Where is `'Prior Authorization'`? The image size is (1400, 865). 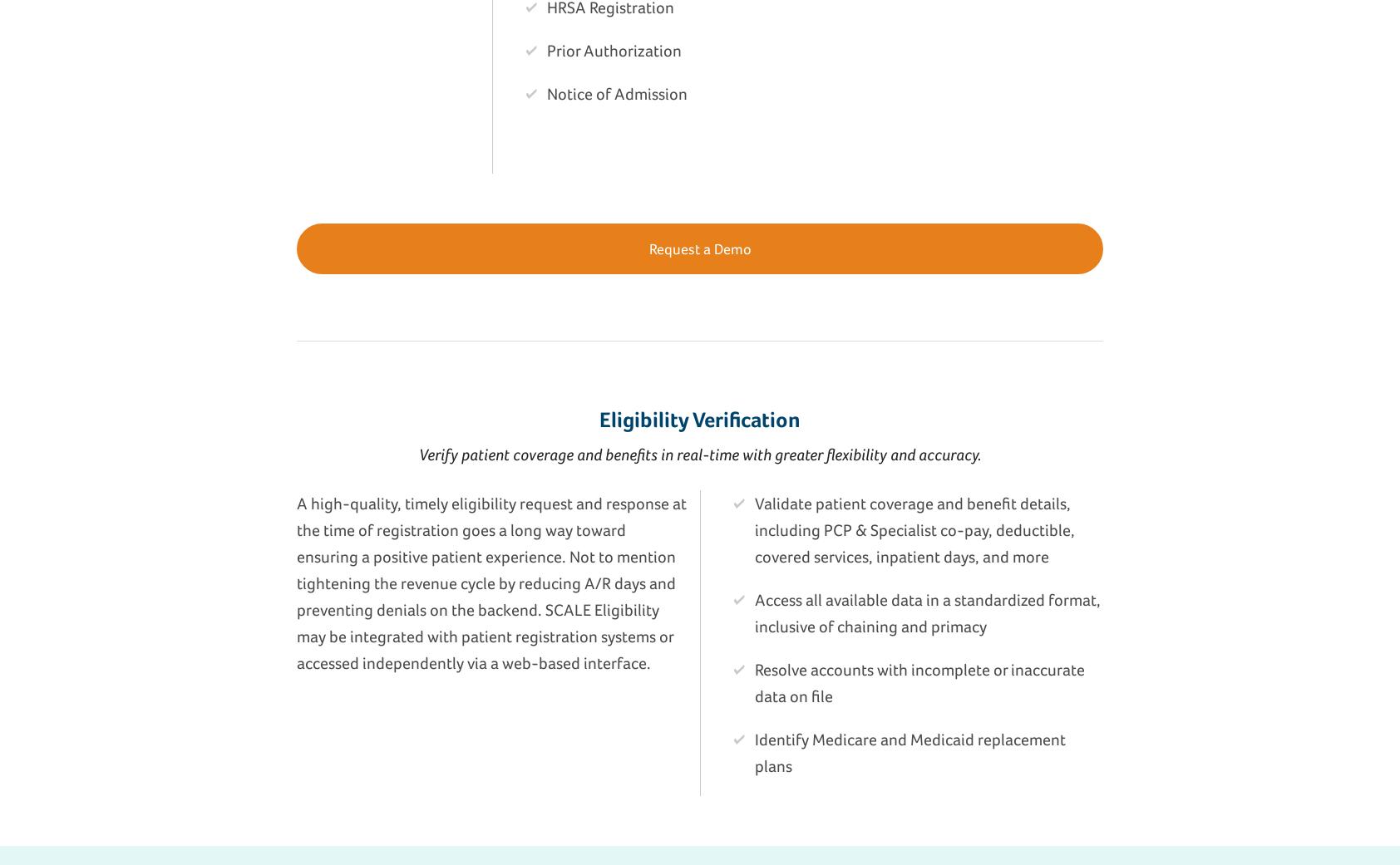 'Prior Authorization' is located at coordinates (614, 48).